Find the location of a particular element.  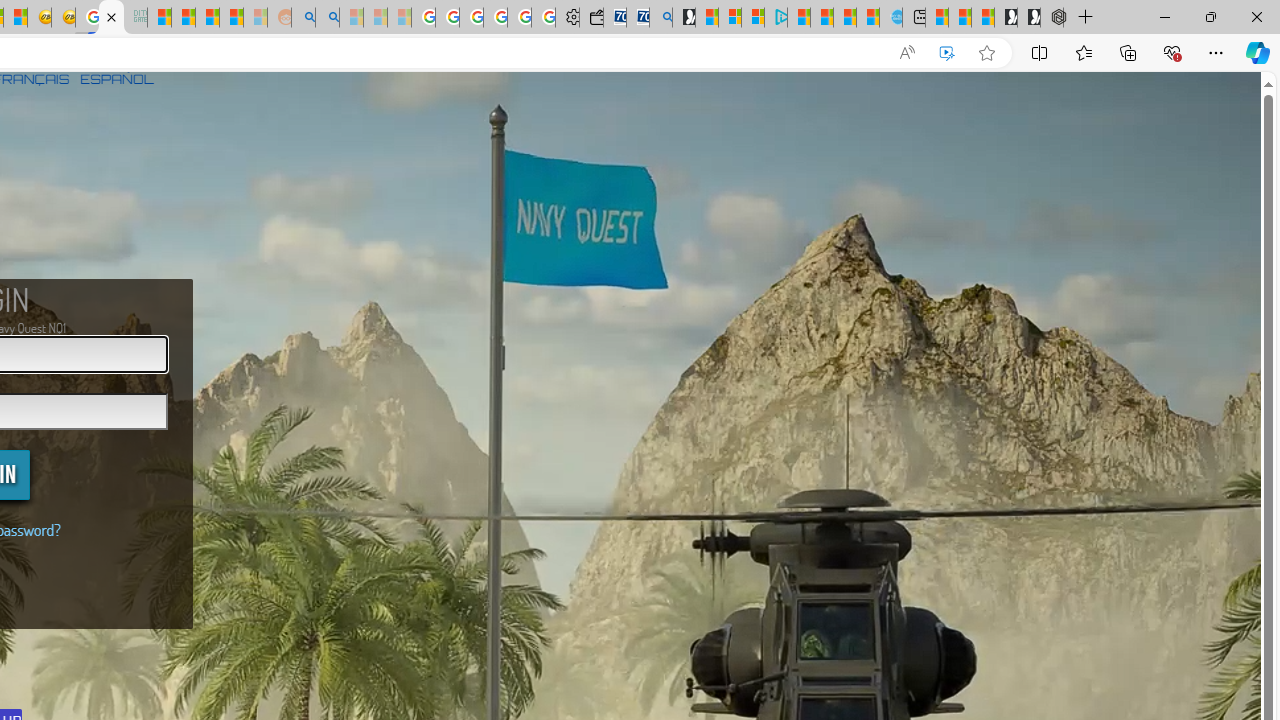

'Utah sues federal government - Search' is located at coordinates (327, 17).